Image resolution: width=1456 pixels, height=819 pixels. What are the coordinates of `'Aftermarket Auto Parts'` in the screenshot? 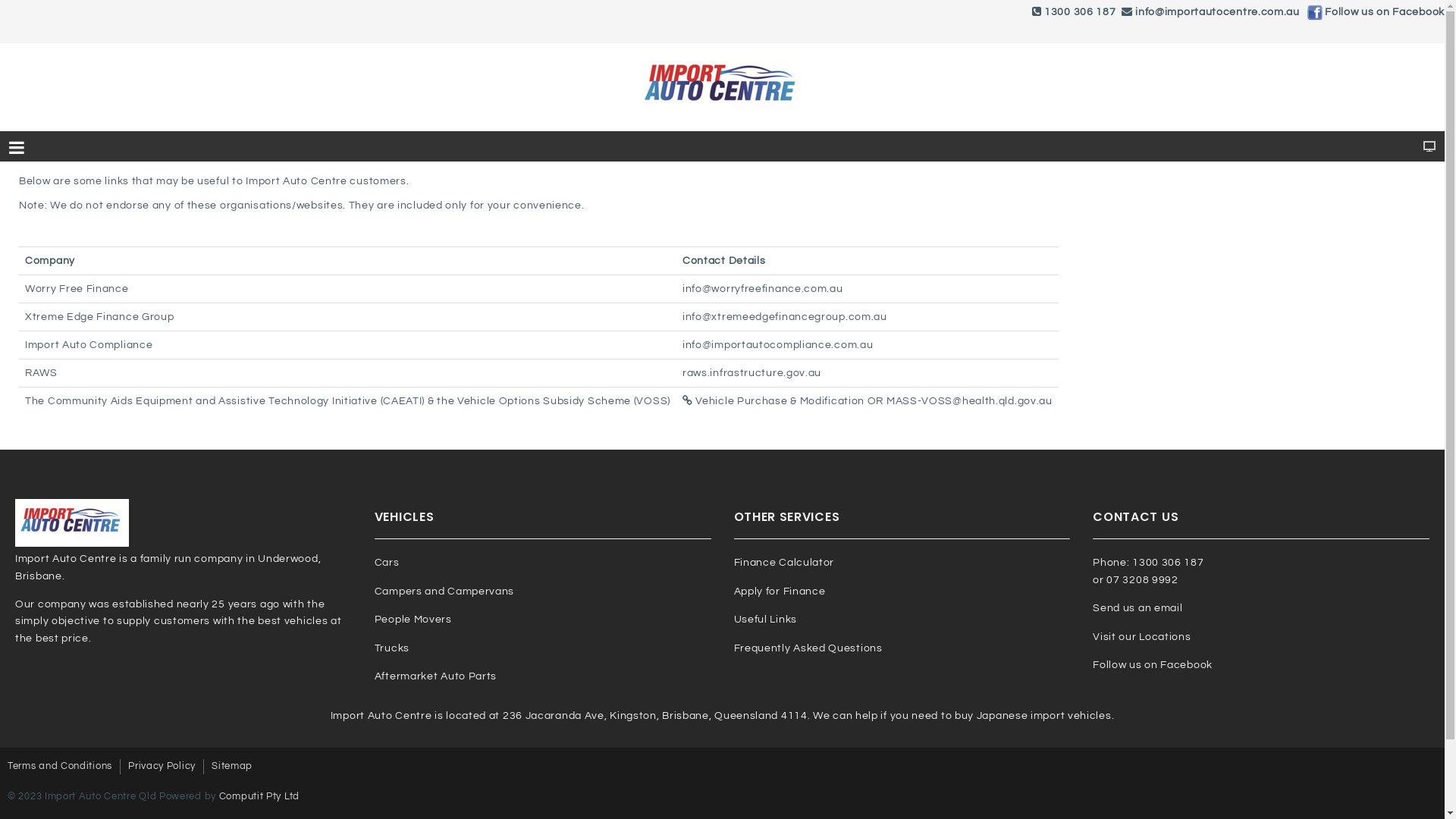 It's located at (435, 675).